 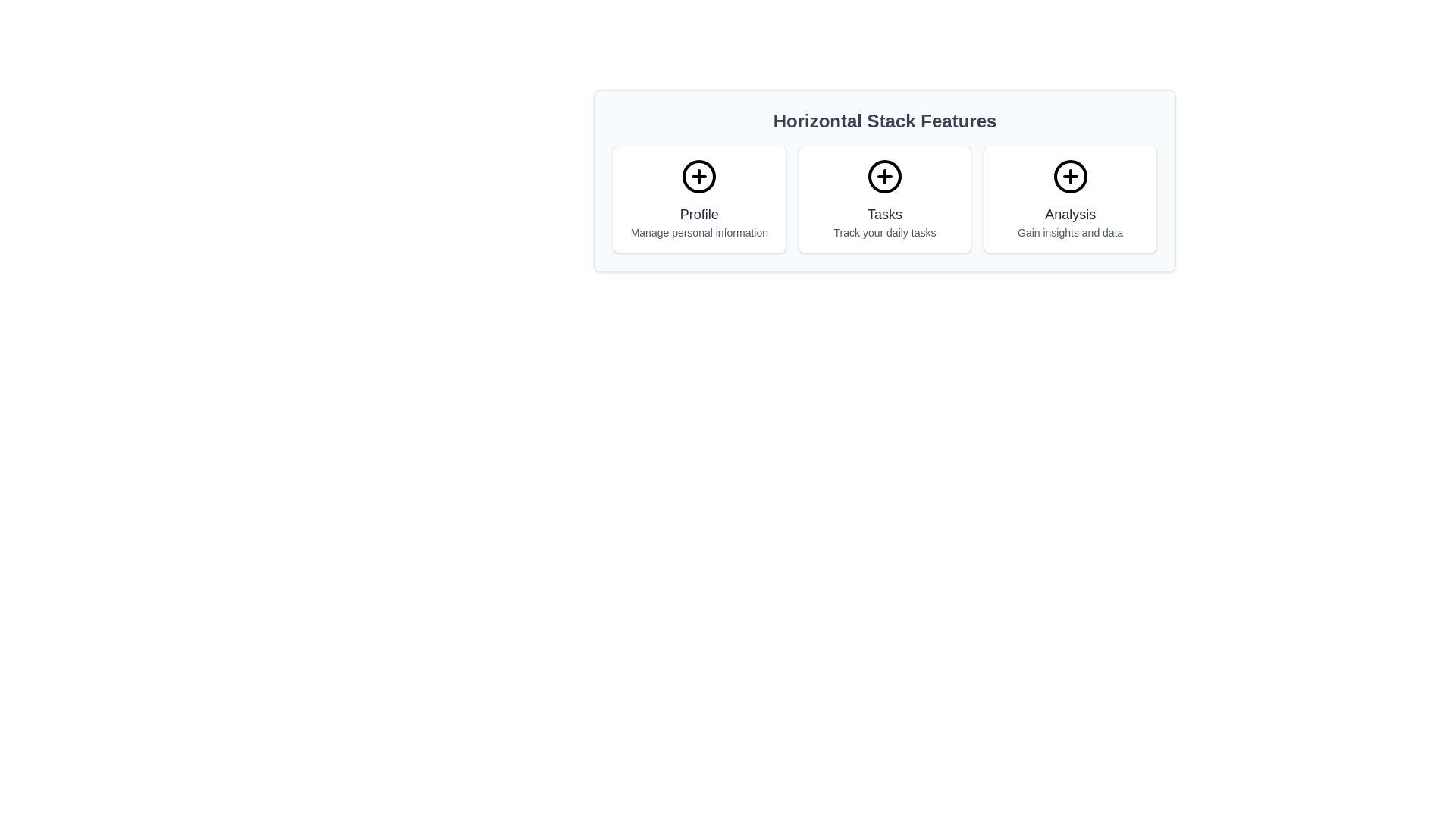 What do you see at coordinates (884, 180) in the screenshot?
I see `descriptions in the section titled 'Horizontal Stack Features', which contains three horizontally aligned cards with the middle card labeled 'Tasks'` at bounding box center [884, 180].